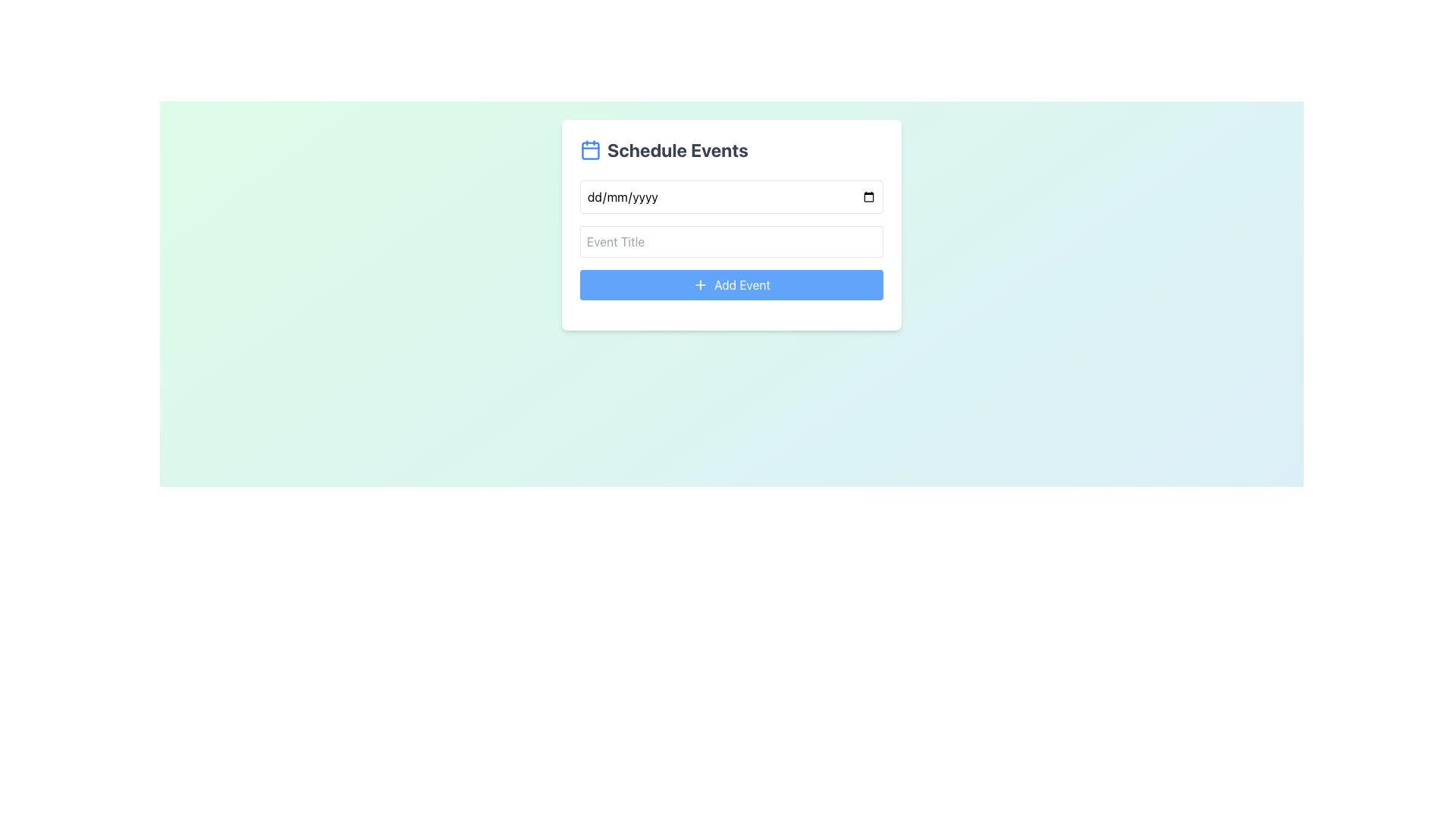  I want to click on the confirmation button located beneath the 'Event Title' and 'Date' input fields to change its background color, so click(731, 284).